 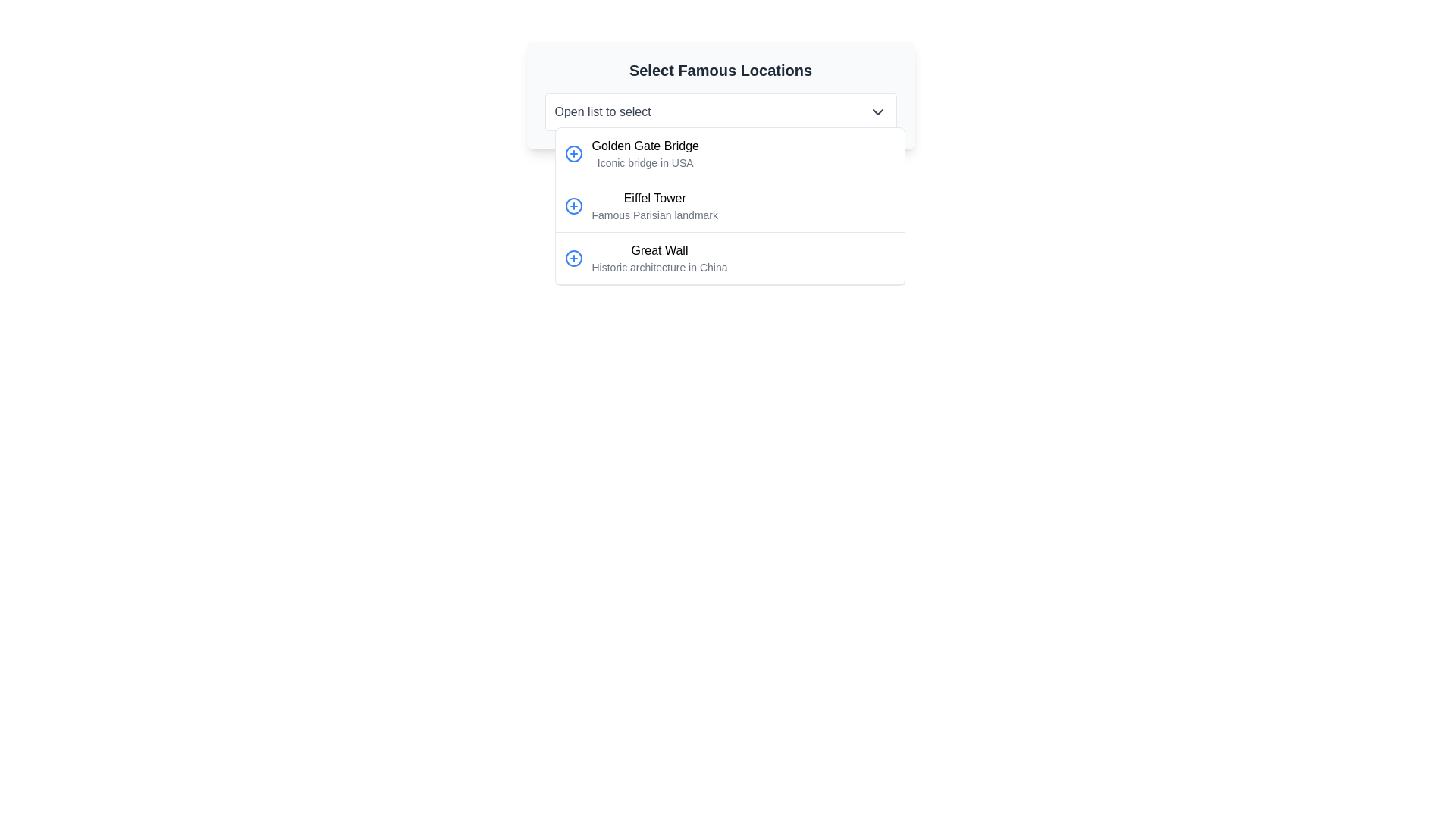 I want to click on the text label displaying 'Iconic bridge in USA', which is styled in gray and located directly beneath 'Golden Gate Bridge' in the list of famous locations, so click(x=645, y=163).